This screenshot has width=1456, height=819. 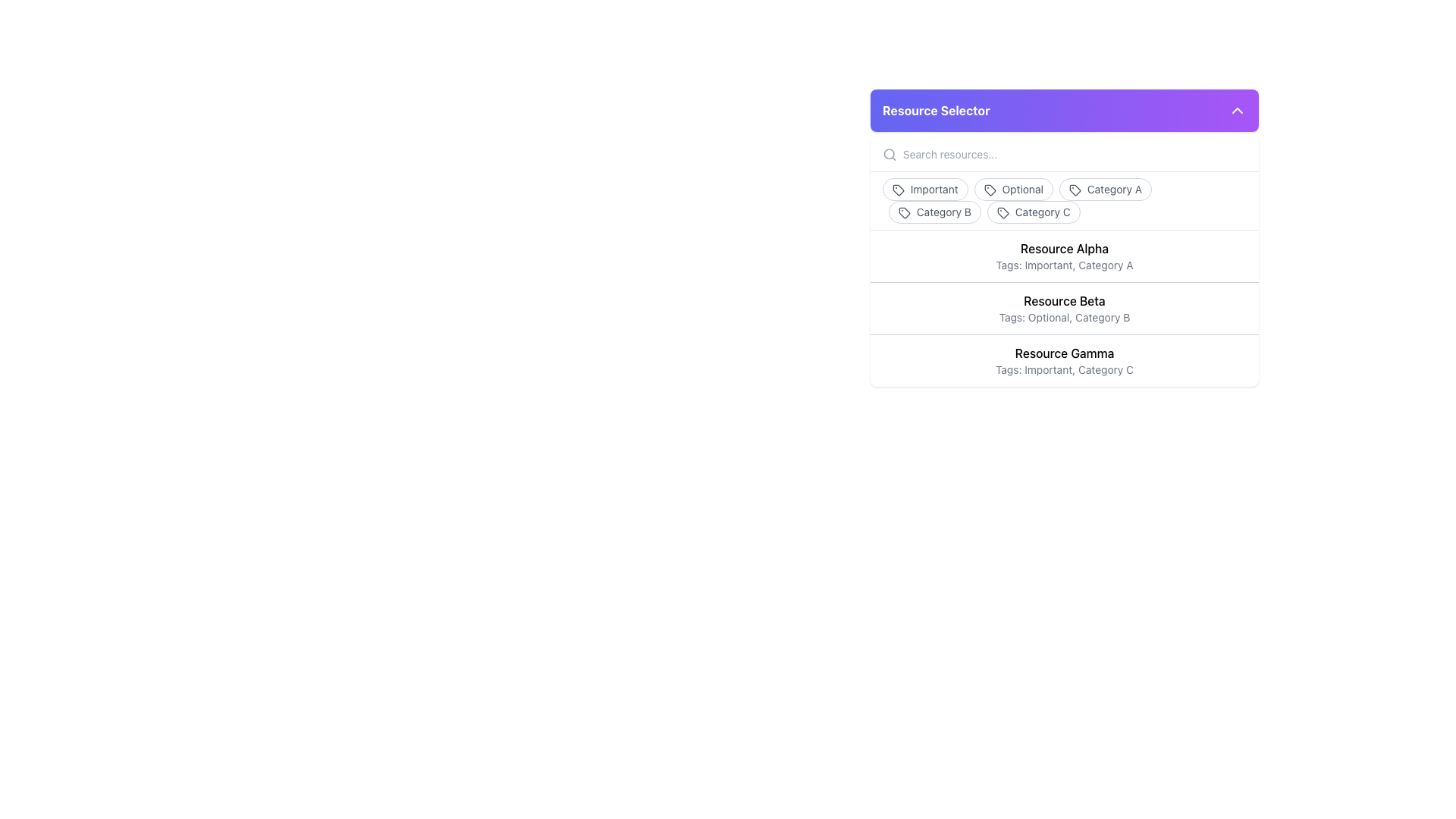 What do you see at coordinates (1003, 213) in the screenshot?
I see `the visual icon representing the 'Category C' tag, which is centrally located within the 'Category C' button, positioned under the search bar` at bounding box center [1003, 213].